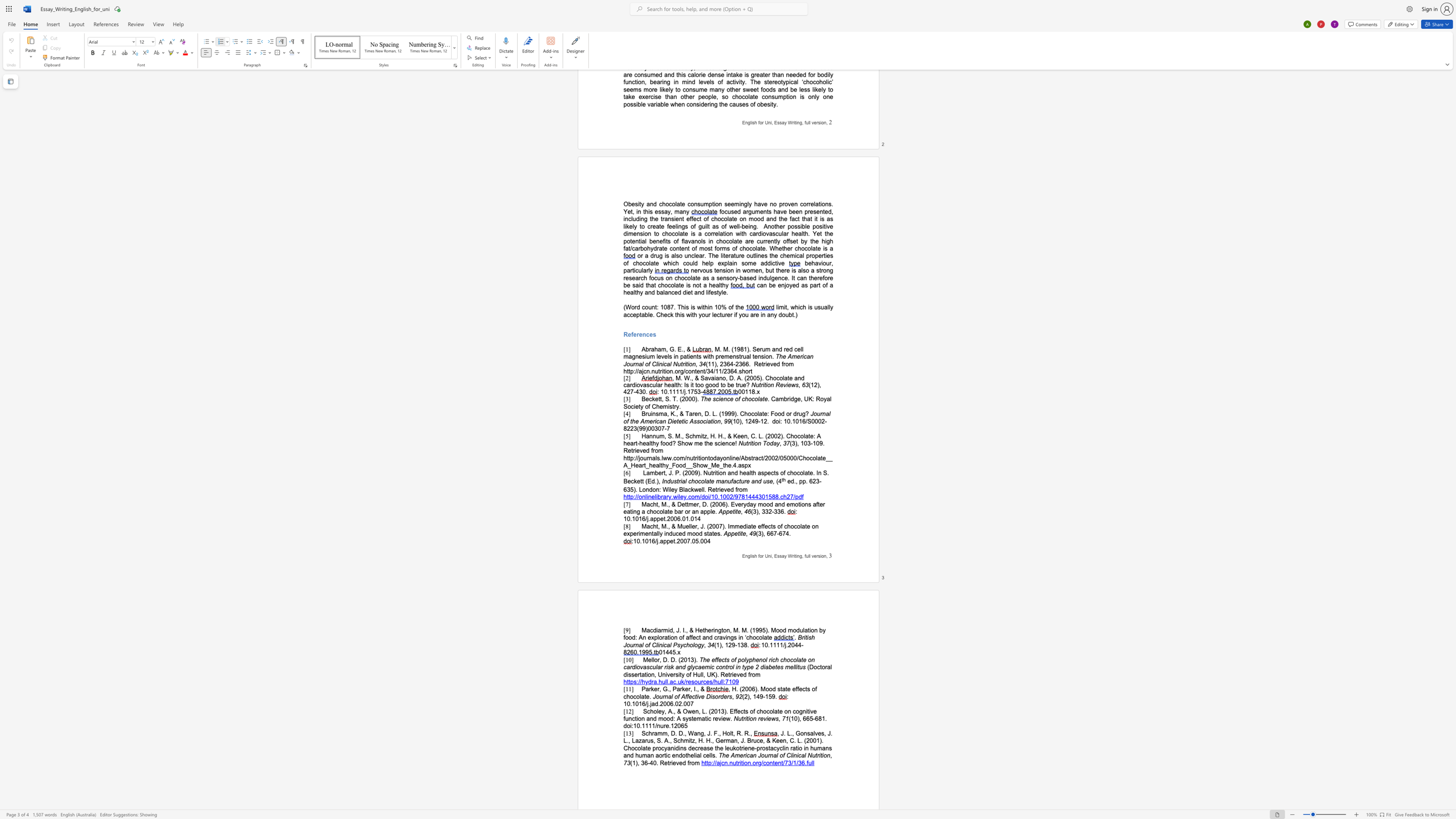 The width and height of the screenshot is (1456, 819). I want to click on the space between the continuous character "t" and "i" in the text, so click(717, 473).